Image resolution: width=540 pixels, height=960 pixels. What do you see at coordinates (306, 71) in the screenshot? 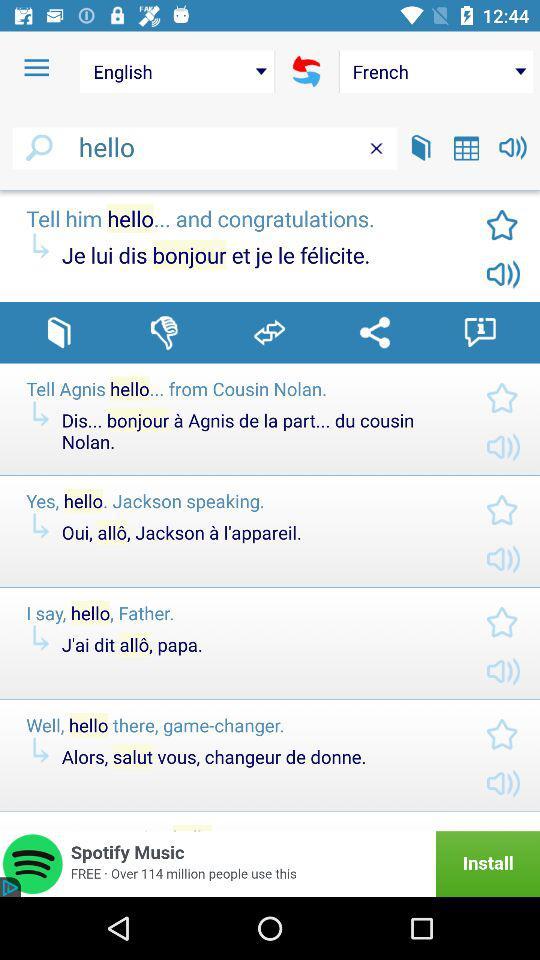
I see `translate` at bounding box center [306, 71].